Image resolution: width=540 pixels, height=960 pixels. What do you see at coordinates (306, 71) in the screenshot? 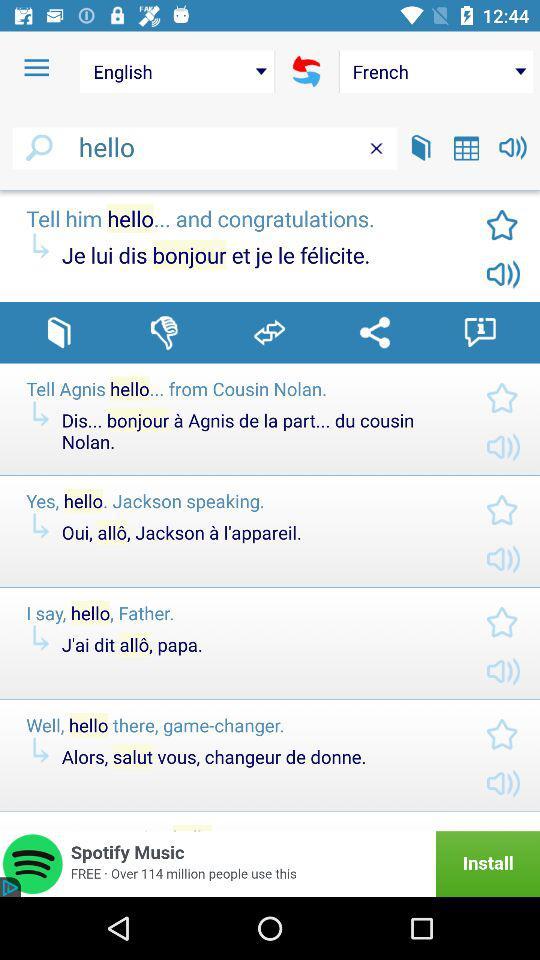
I see `translate` at bounding box center [306, 71].